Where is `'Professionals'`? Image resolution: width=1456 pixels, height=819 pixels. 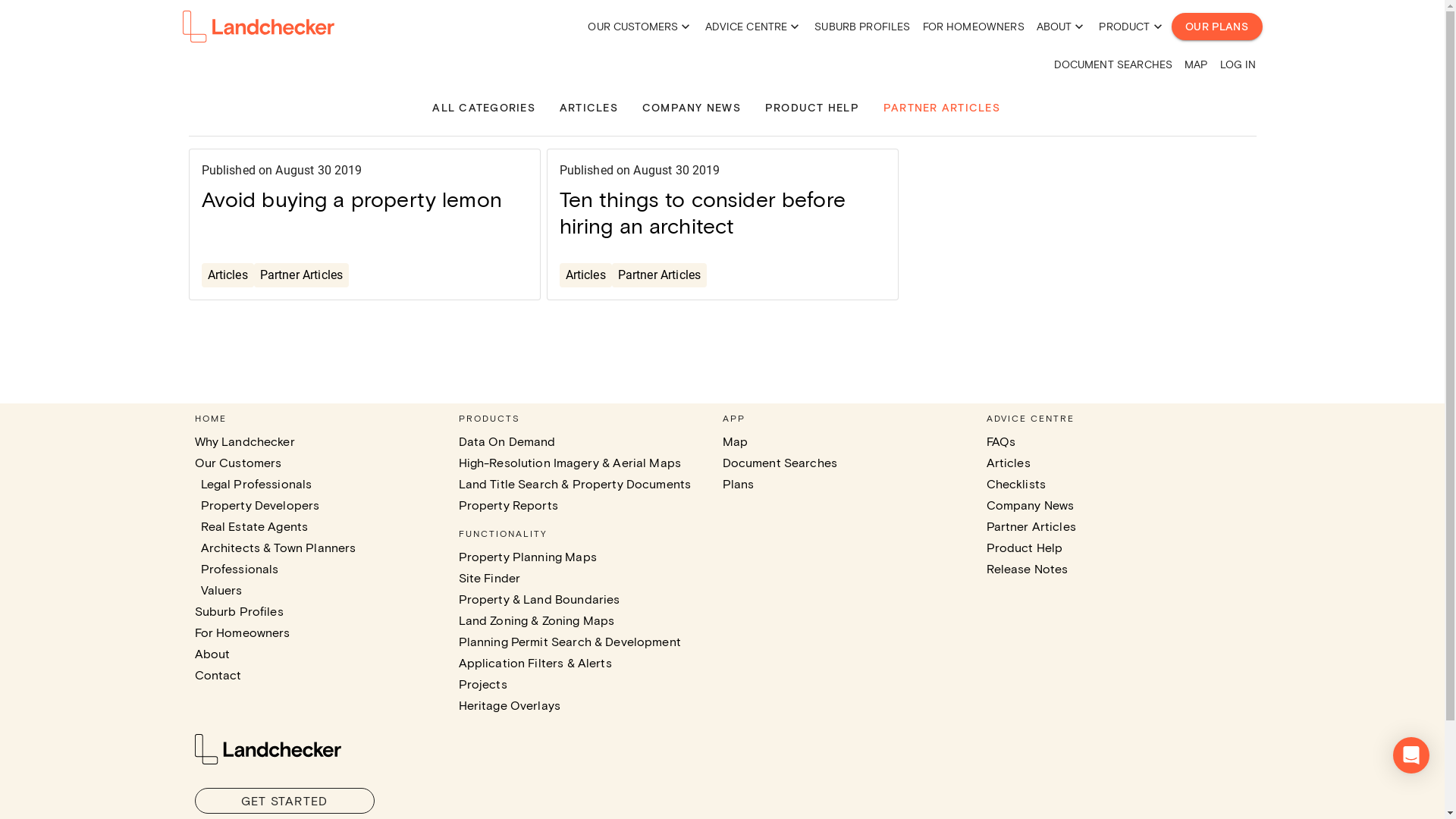
'Professionals' is located at coordinates (199, 569).